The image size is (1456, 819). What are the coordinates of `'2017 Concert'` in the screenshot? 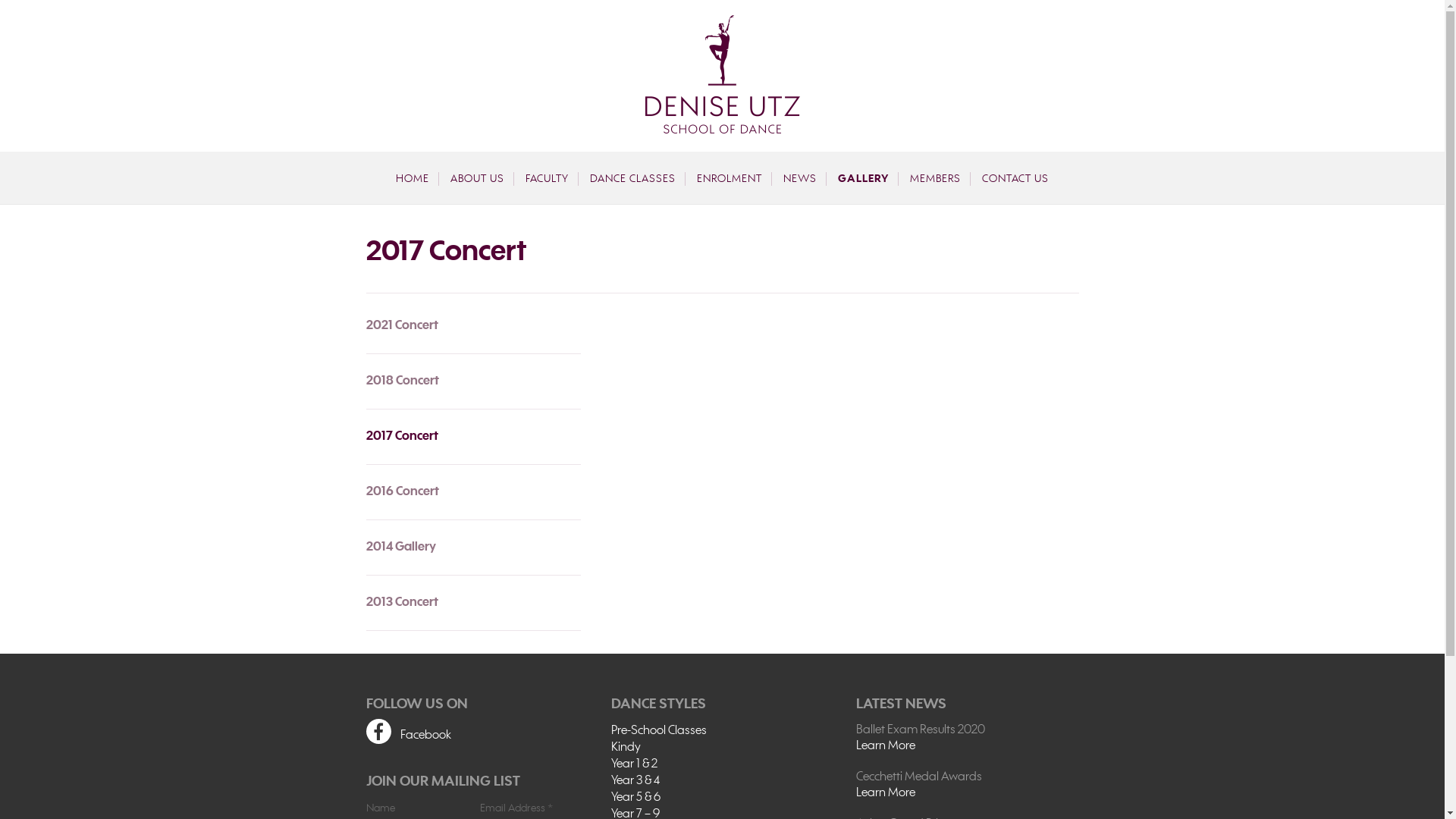 It's located at (472, 436).